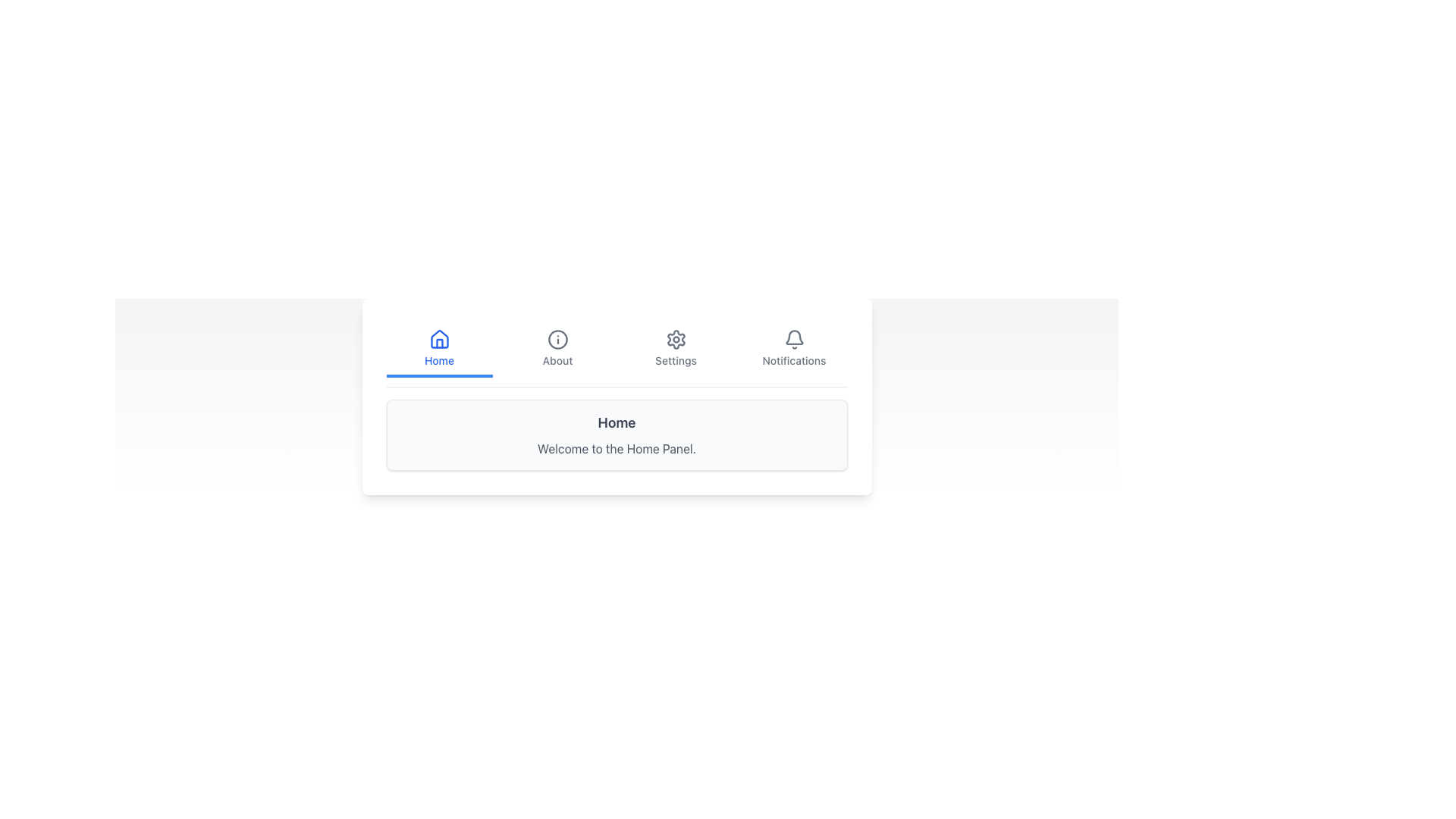 The width and height of the screenshot is (1456, 819). I want to click on the 'About' button, which features an 'i' icon within a circle and a text label below it. It is the second element in the horizontal navigation menu, positioned between 'Home' and 'Settings', so click(557, 350).